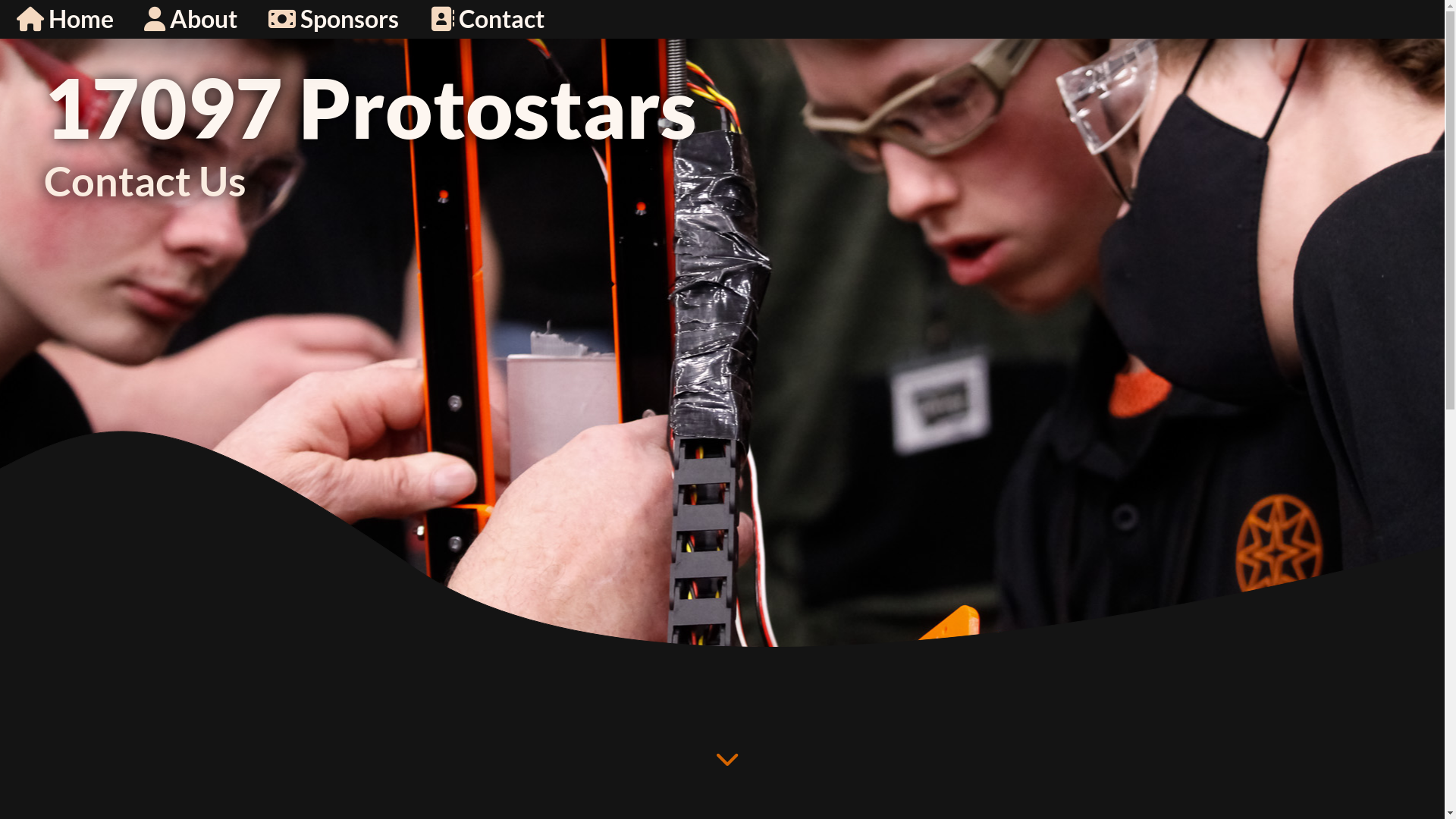 This screenshot has width=1456, height=819. What do you see at coordinates (256, 18) in the screenshot?
I see `'Sponsors'` at bounding box center [256, 18].